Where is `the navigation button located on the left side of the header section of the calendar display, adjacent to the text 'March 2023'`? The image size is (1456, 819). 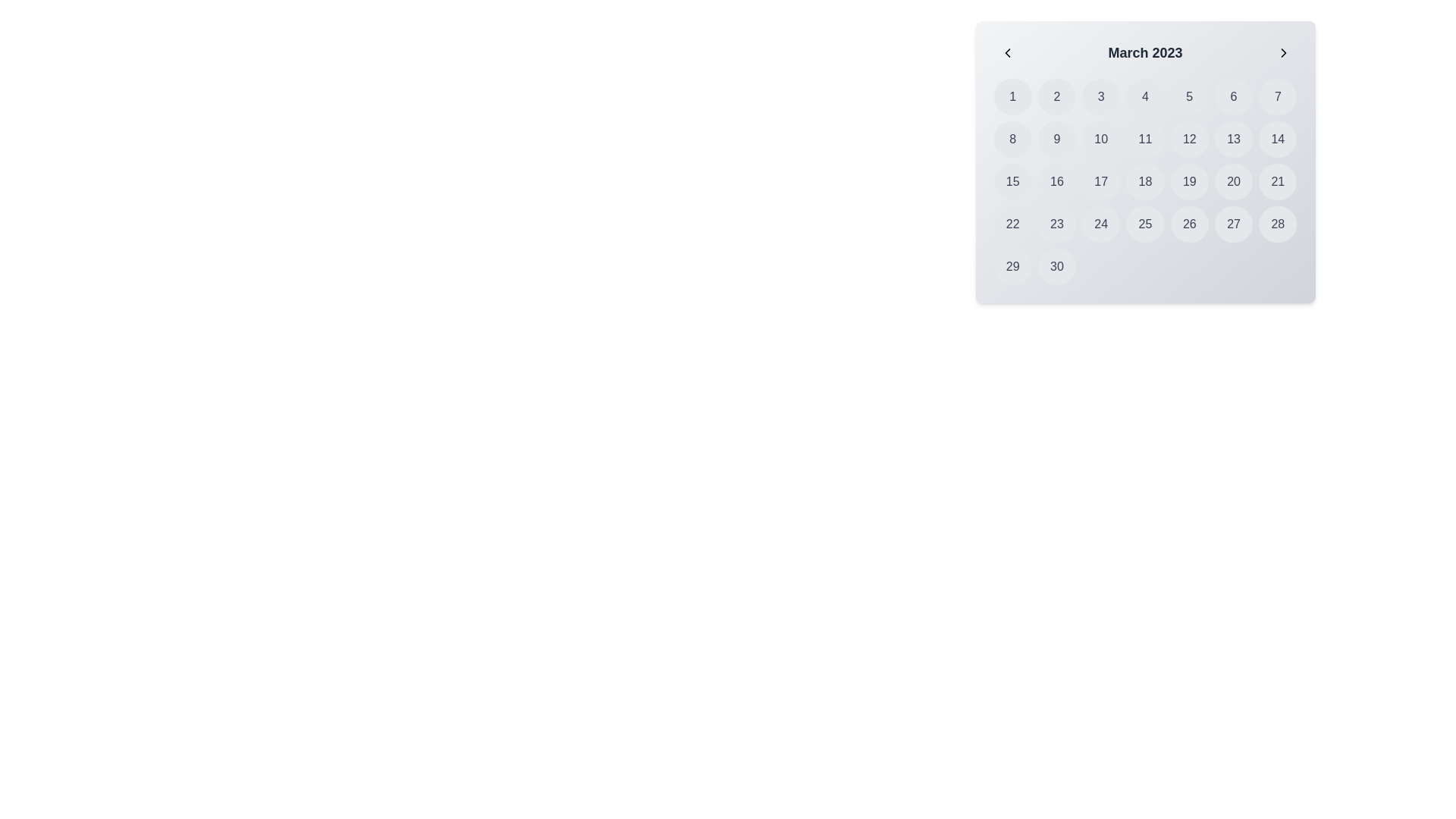 the navigation button located on the left side of the header section of the calendar display, adjacent to the text 'March 2023' is located at coordinates (1007, 52).